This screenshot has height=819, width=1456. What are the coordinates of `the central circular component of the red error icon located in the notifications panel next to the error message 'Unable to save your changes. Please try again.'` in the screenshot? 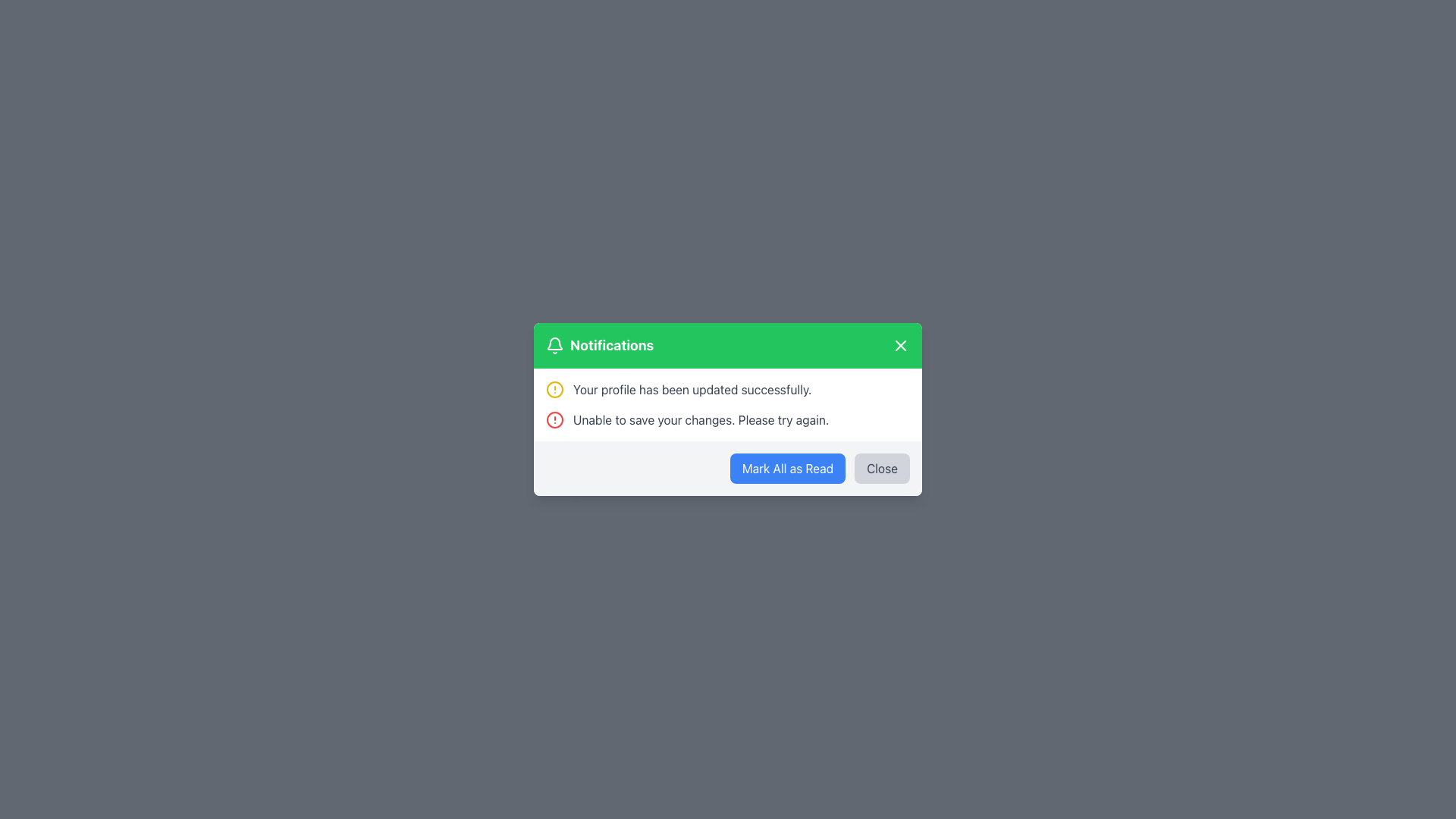 It's located at (554, 420).